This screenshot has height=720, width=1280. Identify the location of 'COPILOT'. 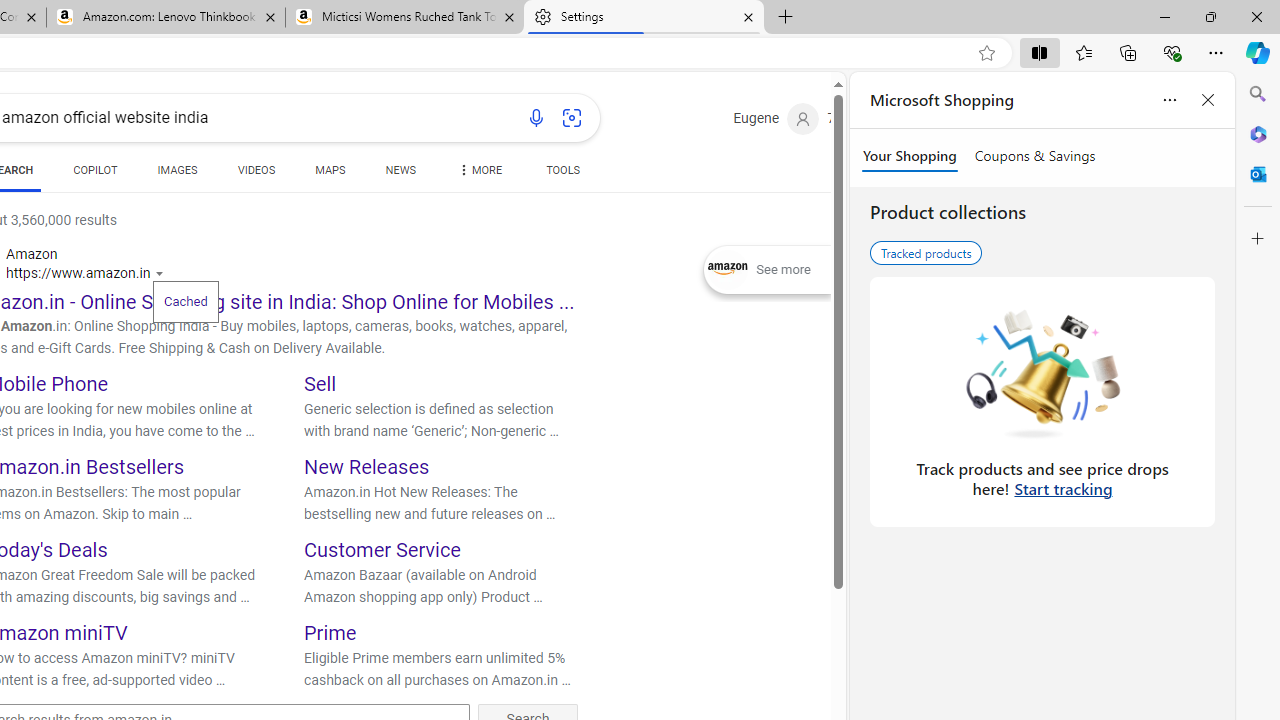
(94, 170).